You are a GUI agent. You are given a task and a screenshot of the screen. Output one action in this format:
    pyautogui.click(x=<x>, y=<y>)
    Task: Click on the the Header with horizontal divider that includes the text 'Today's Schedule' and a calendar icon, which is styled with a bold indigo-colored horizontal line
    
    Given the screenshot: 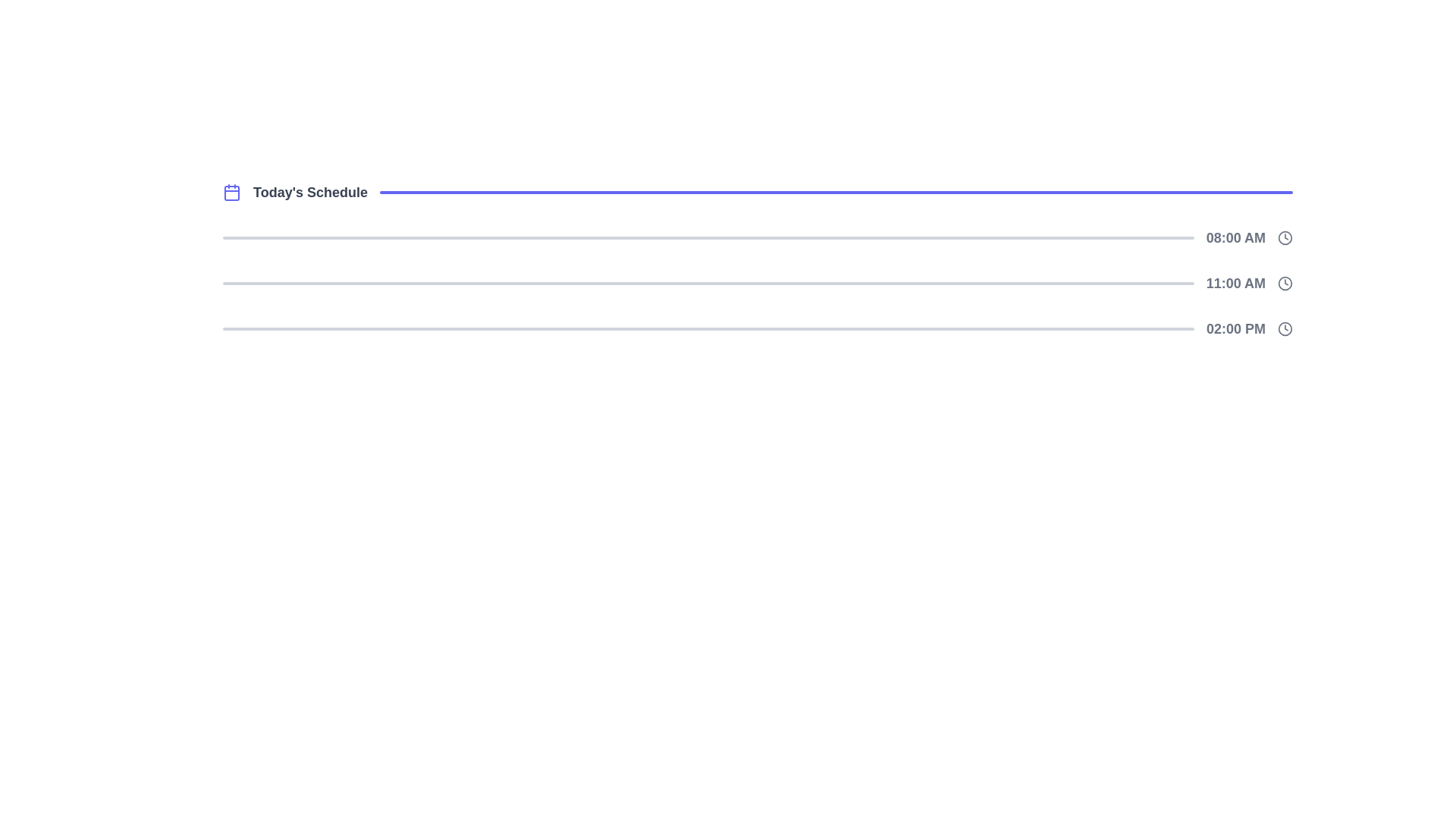 What is the action you would take?
    pyautogui.click(x=758, y=192)
    